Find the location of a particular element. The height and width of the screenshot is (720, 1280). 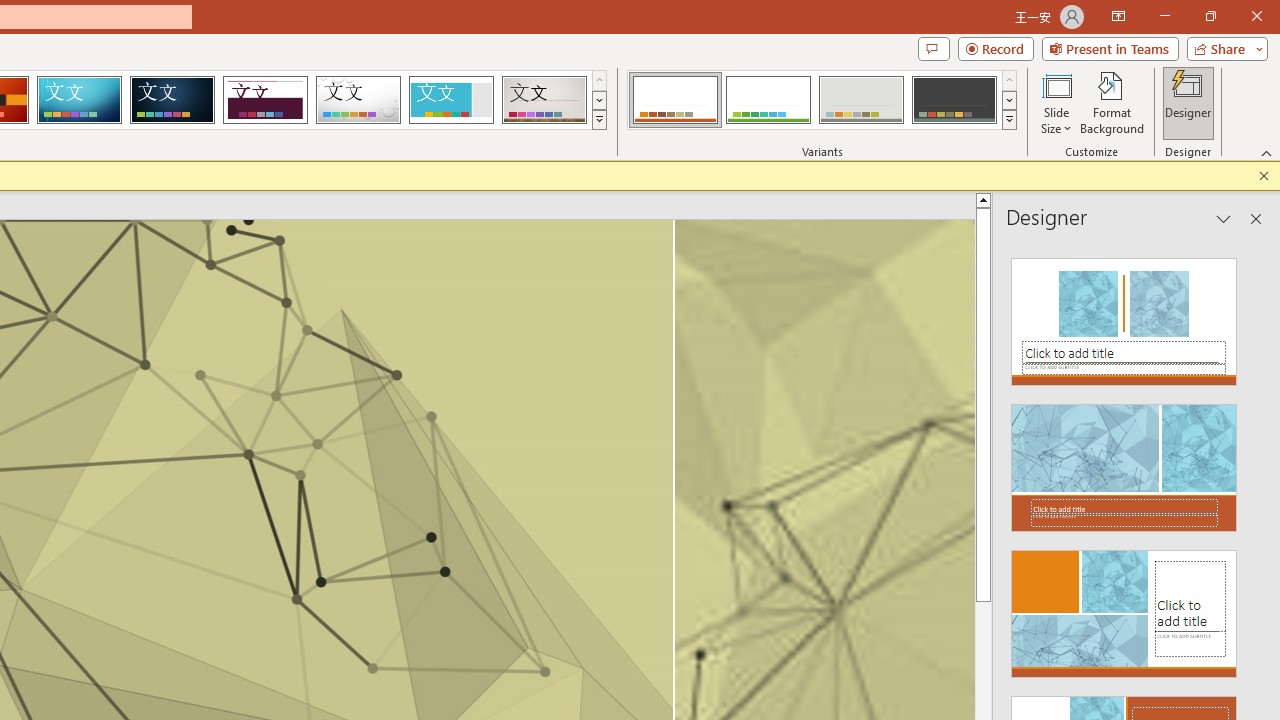

'Retrospect Variant 1' is located at coordinates (675, 100).